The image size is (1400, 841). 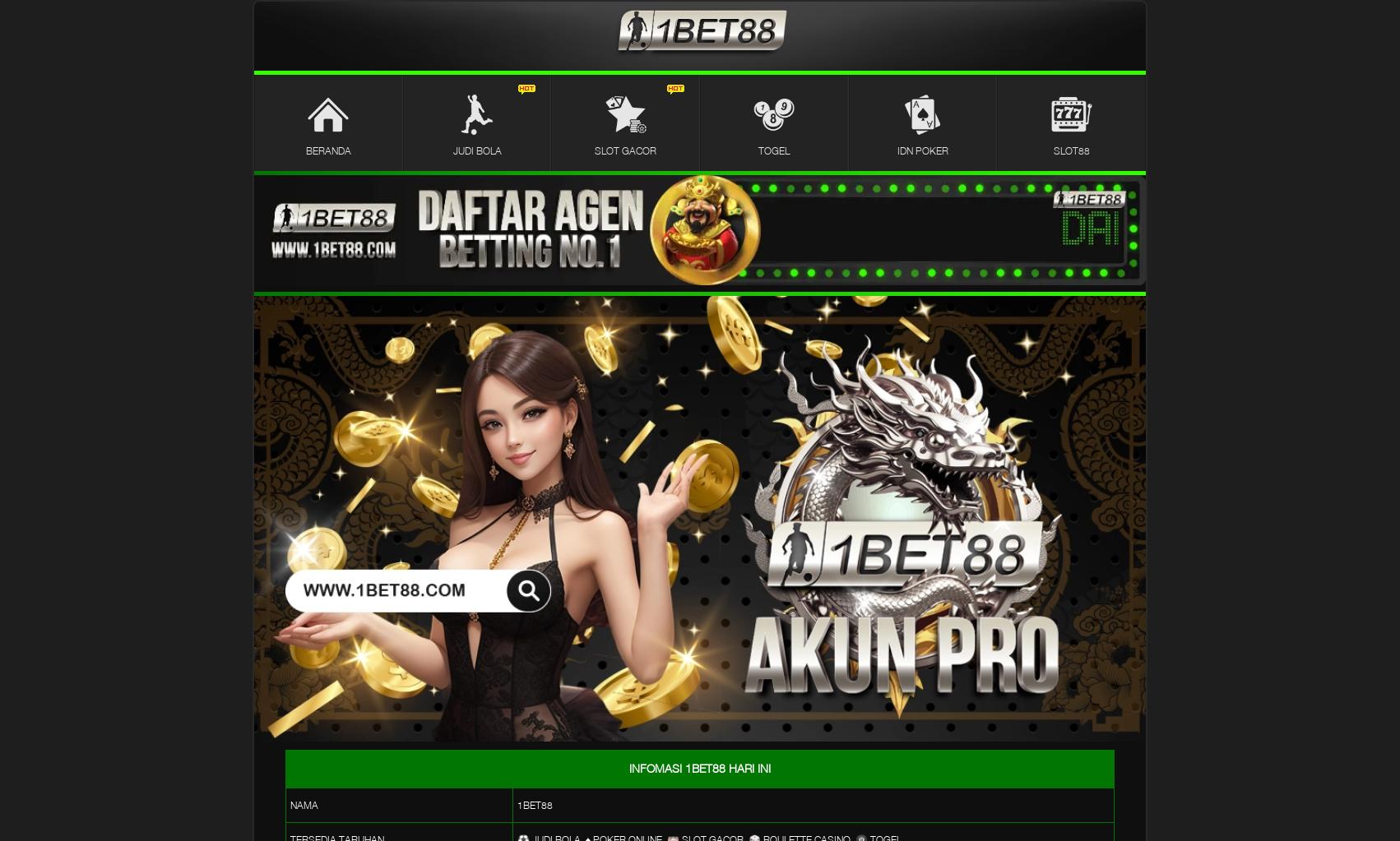 What do you see at coordinates (896, 150) in the screenshot?
I see `'IDN Poker'` at bounding box center [896, 150].